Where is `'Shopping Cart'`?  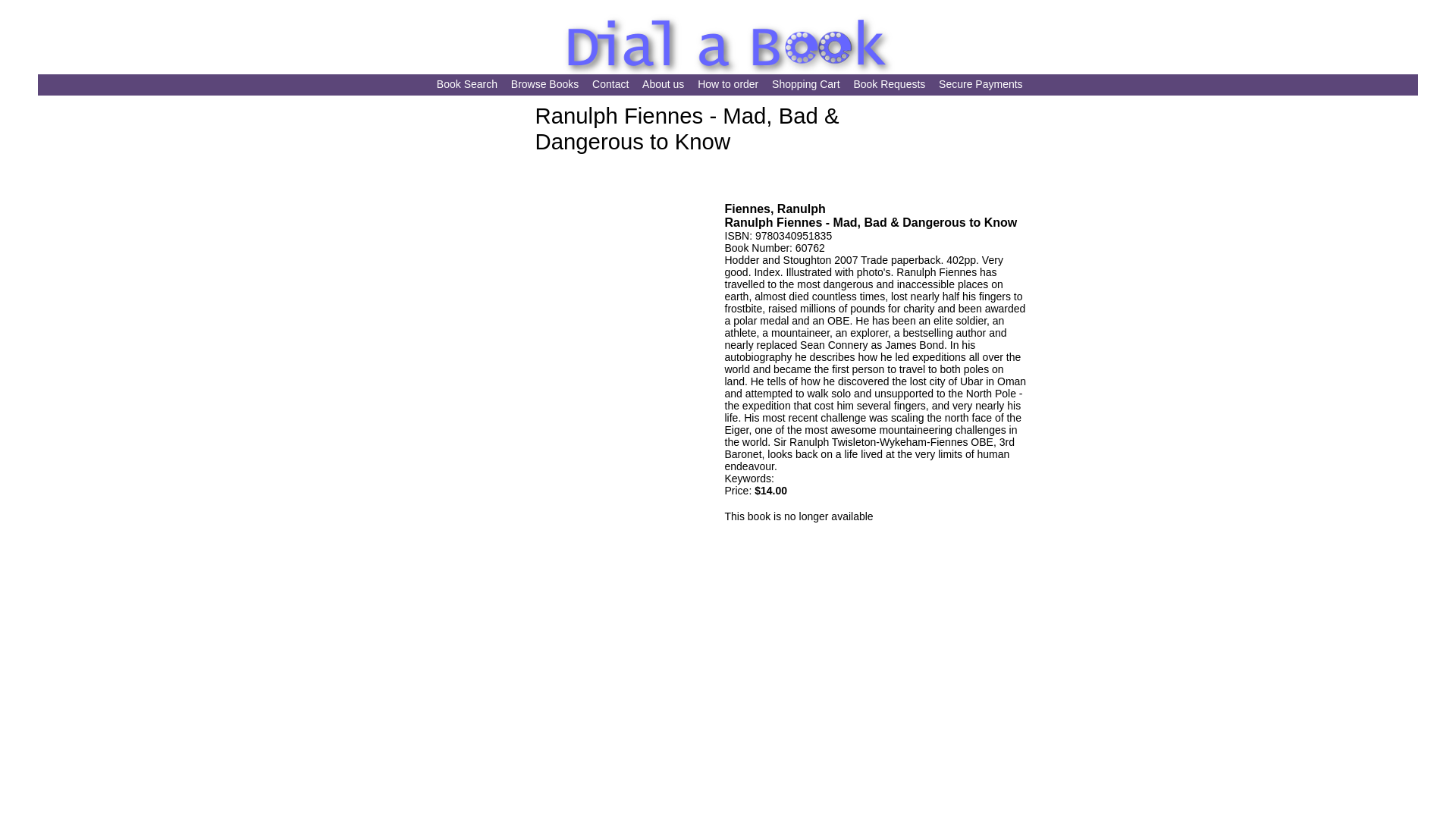 'Shopping Cart' is located at coordinates (805, 84).